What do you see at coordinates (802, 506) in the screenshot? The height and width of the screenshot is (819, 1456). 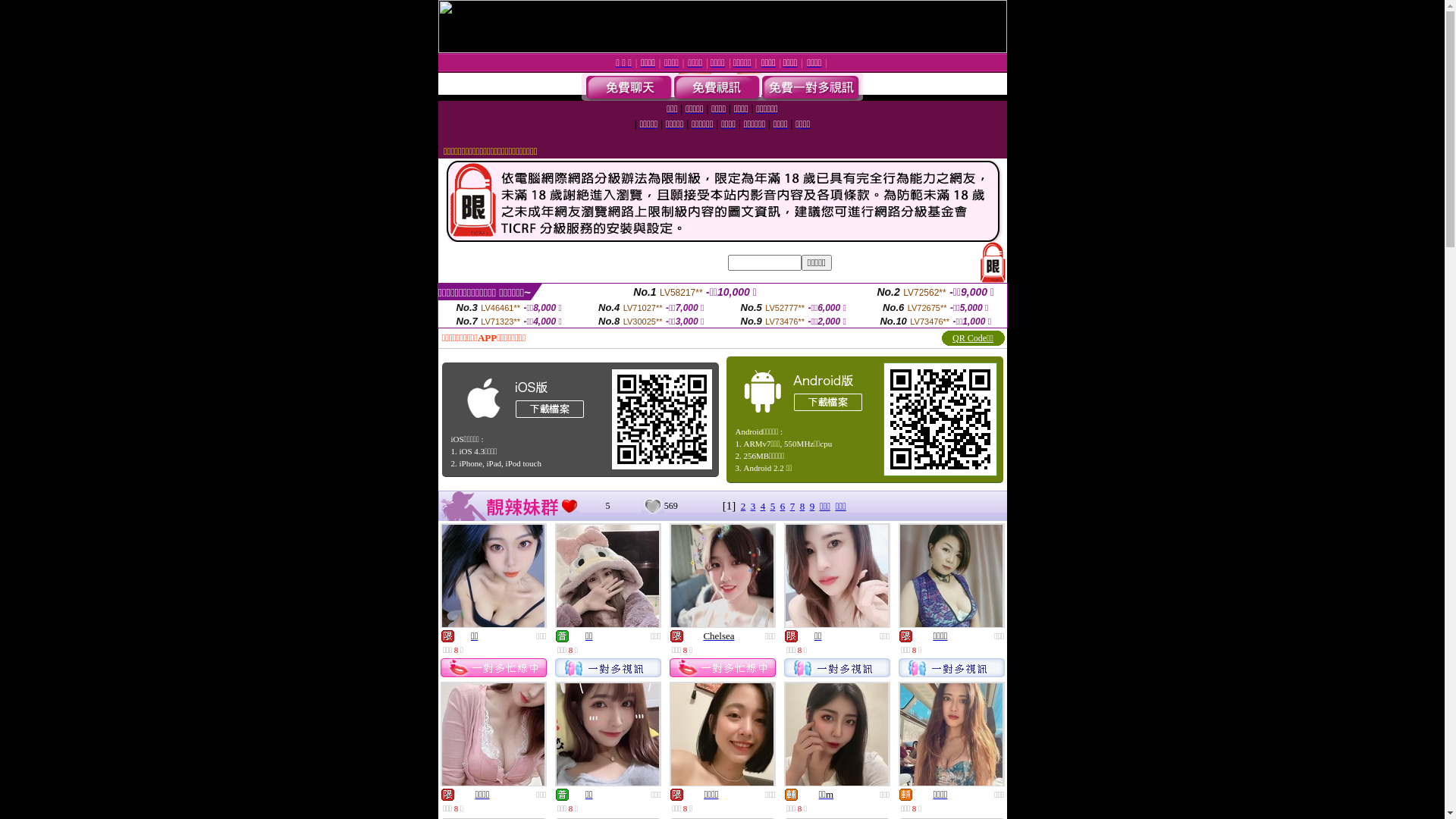 I see `'8'` at bounding box center [802, 506].